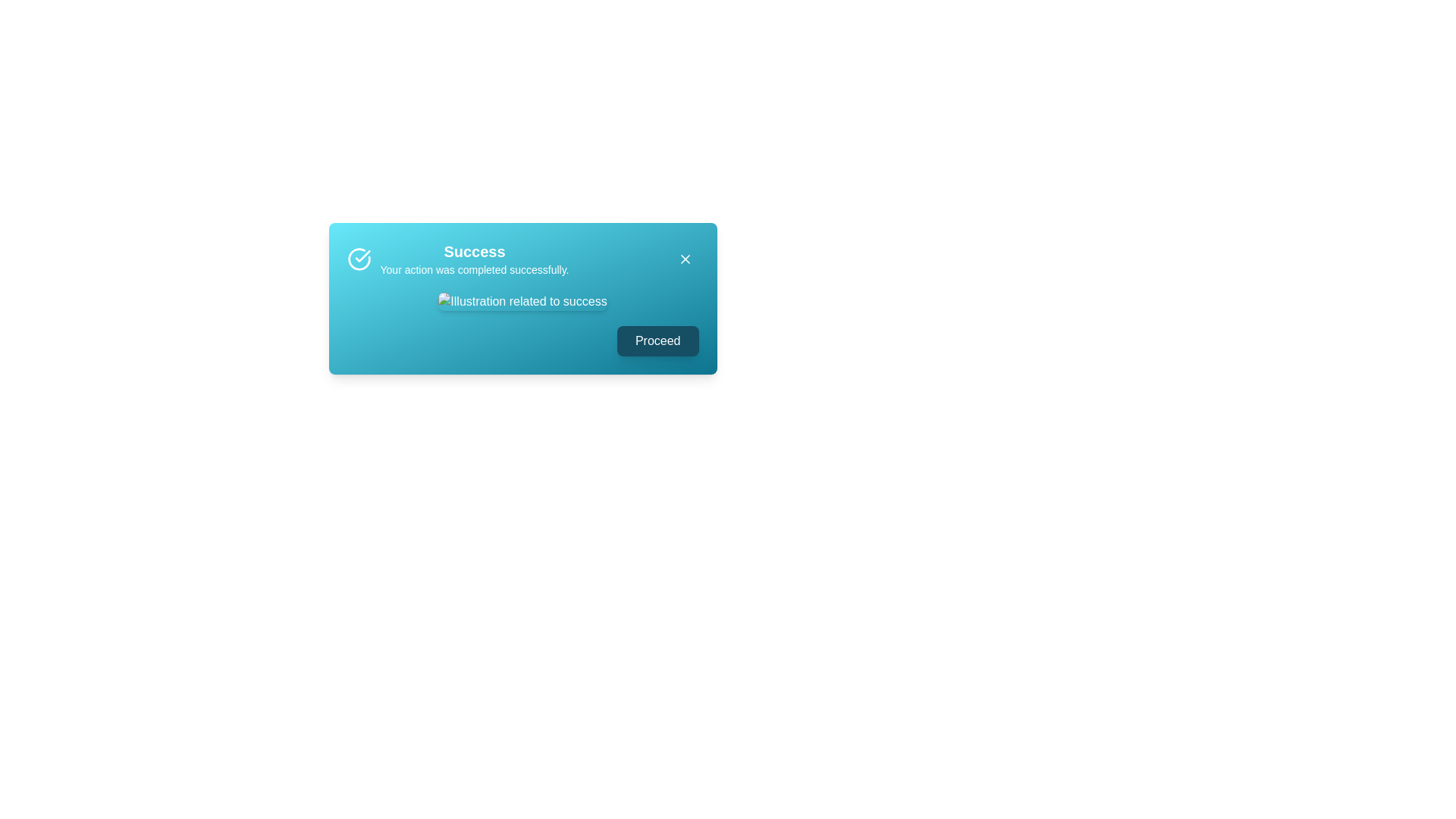 This screenshot has height=819, width=1456. What do you see at coordinates (684, 259) in the screenshot?
I see `the close button to close the alert` at bounding box center [684, 259].